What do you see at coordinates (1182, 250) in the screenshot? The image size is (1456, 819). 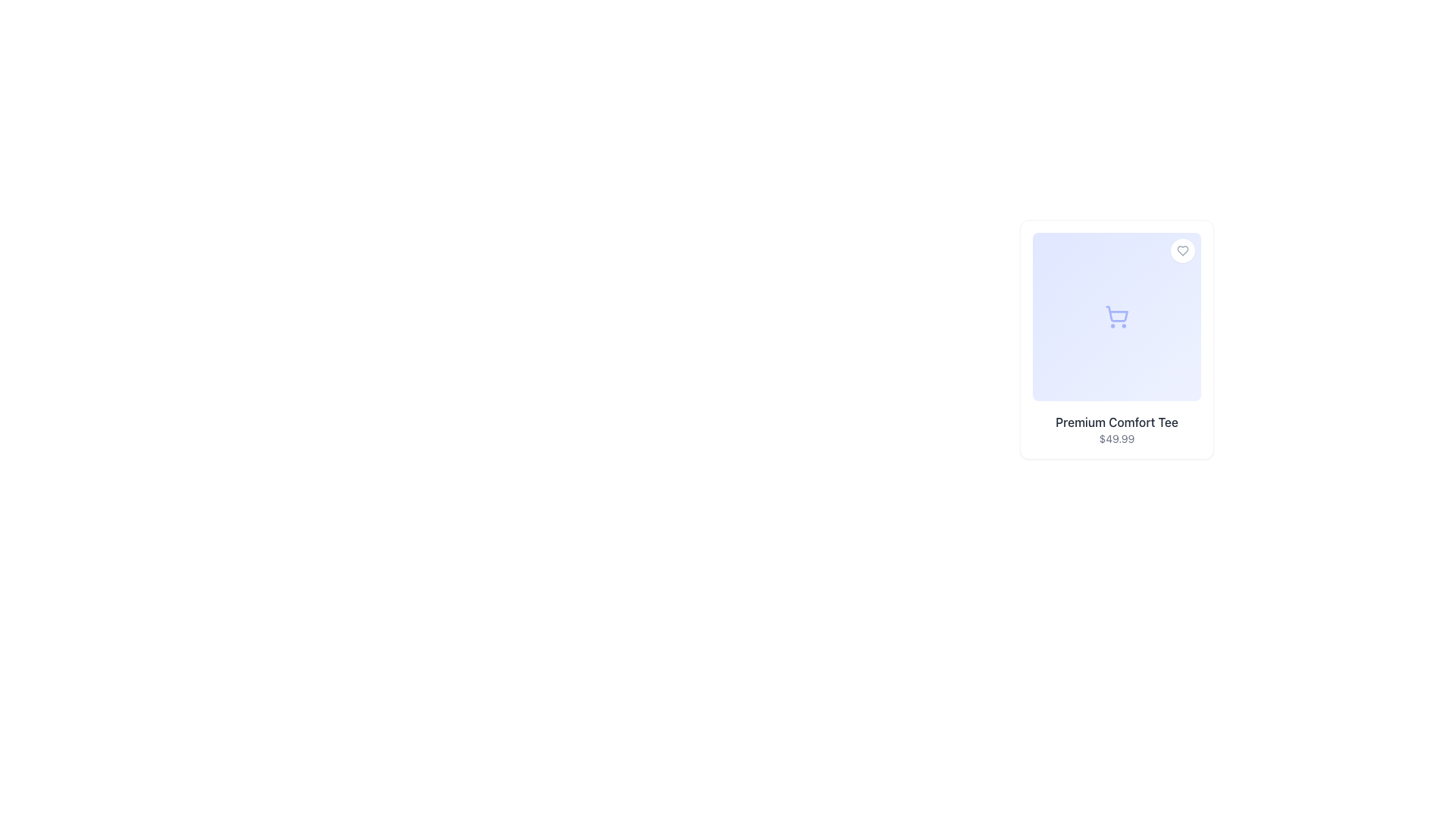 I see `the heart-shaped icon in the top-right corner of the card to favorite or unfavorite the item` at bounding box center [1182, 250].